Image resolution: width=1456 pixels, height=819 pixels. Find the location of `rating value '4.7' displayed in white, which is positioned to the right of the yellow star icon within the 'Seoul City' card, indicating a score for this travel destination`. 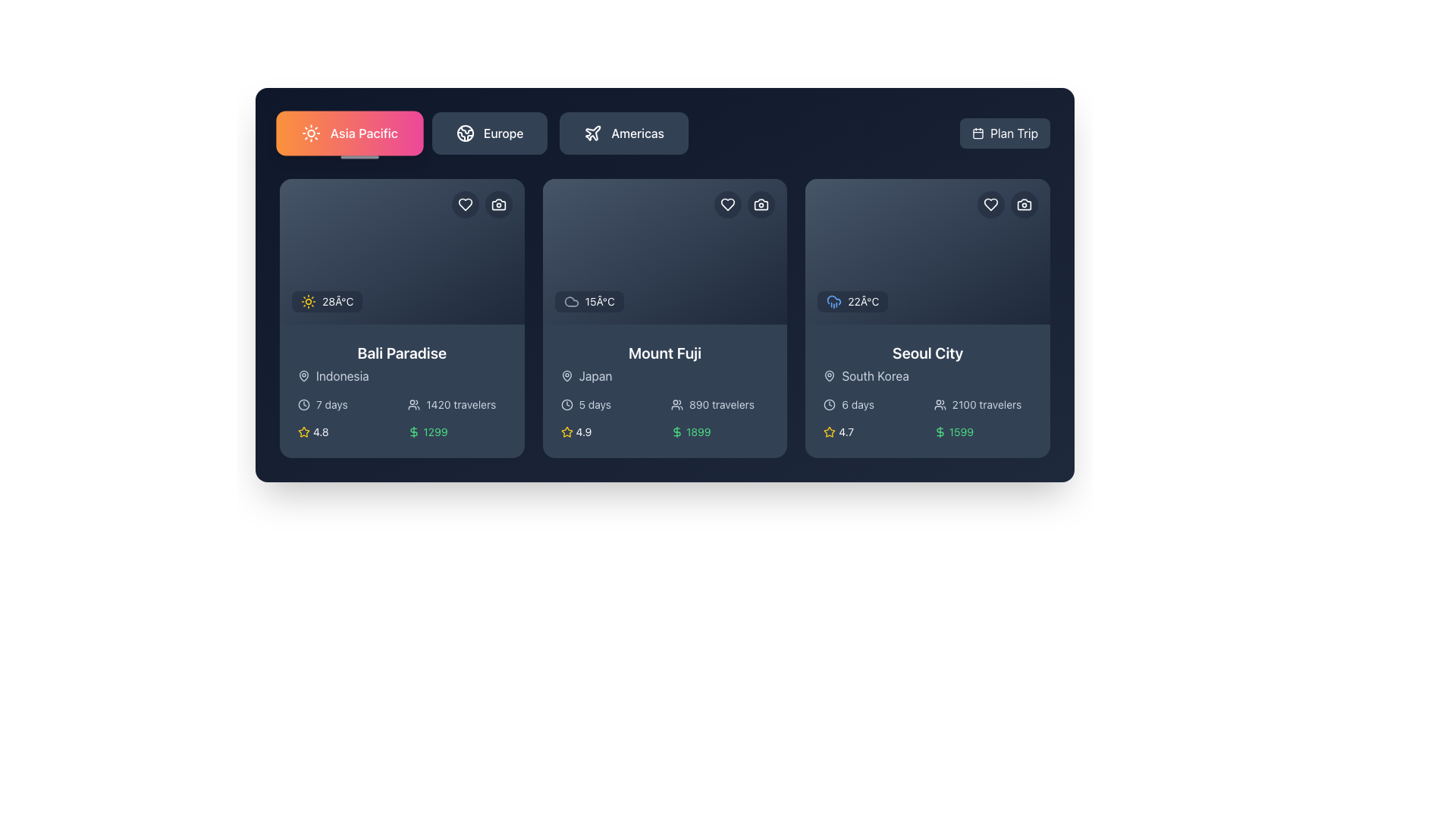

rating value '4.7' displayed in white, which is positioned to the right of the yellow star icon within the 'Seoul City' card, indicating a score for this travel destination is located at coordinates (846, 432).